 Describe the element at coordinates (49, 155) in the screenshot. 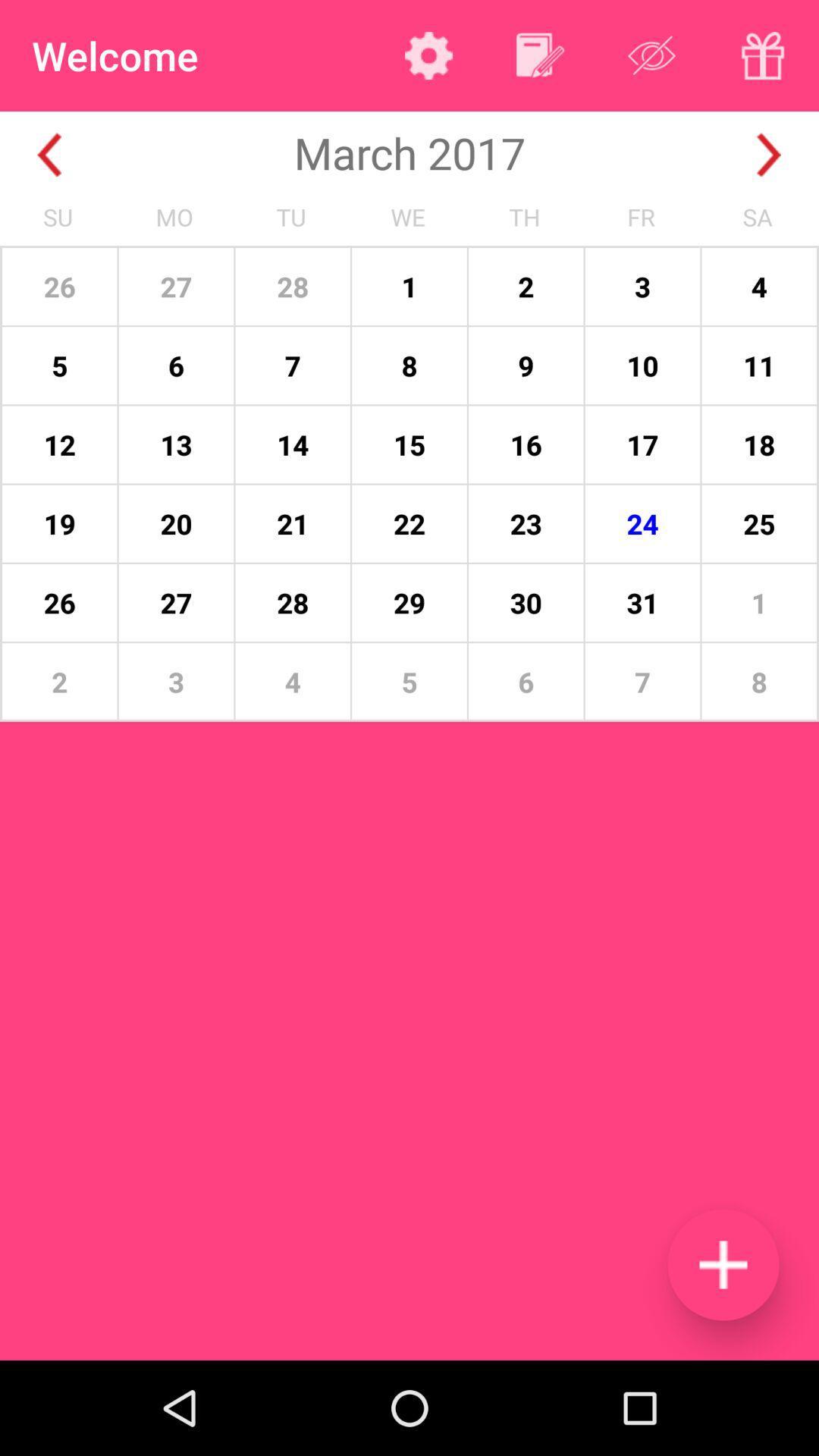

I see `the previous month` at that location.